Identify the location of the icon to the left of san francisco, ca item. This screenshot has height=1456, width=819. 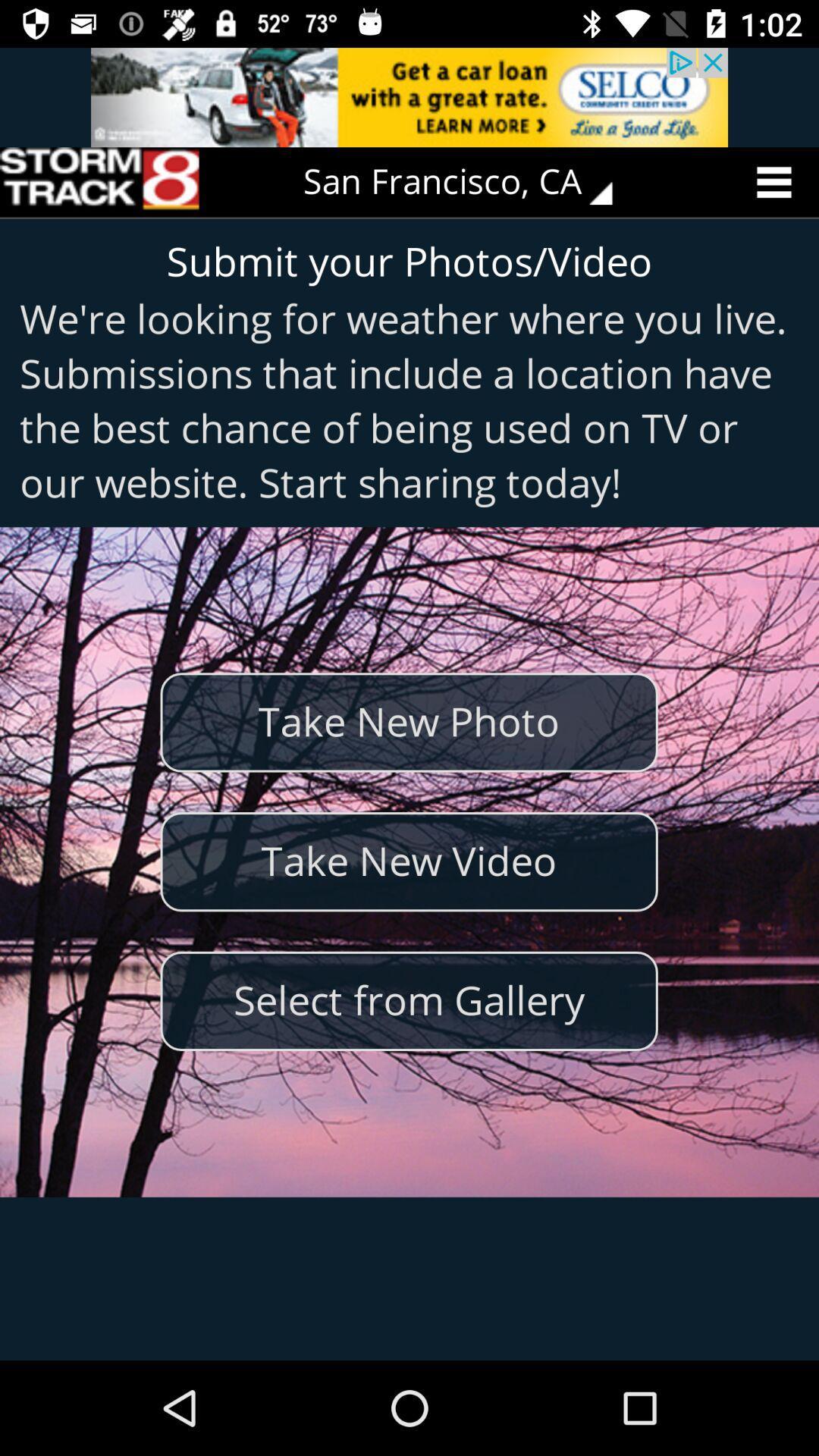
(99, 182).